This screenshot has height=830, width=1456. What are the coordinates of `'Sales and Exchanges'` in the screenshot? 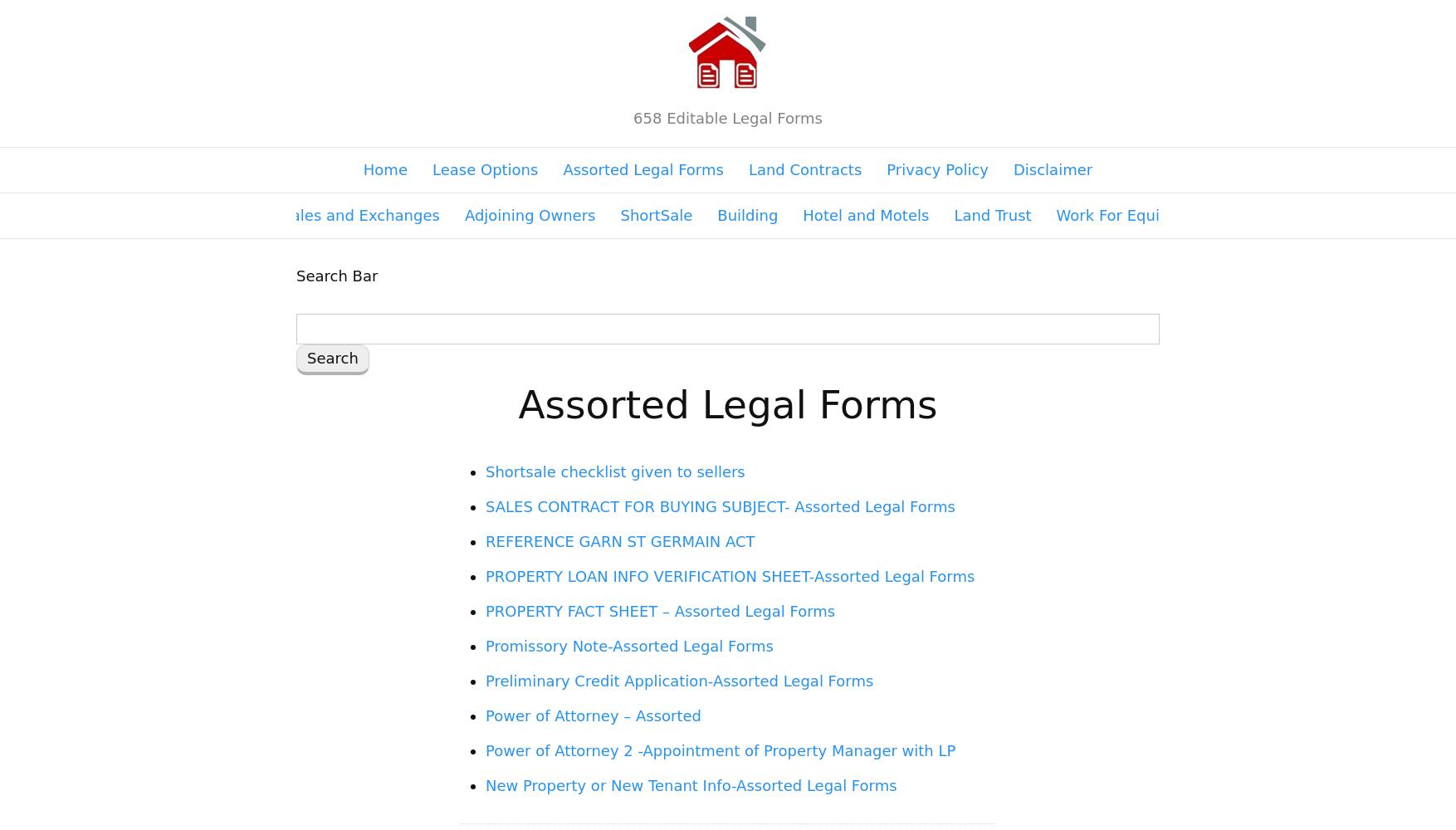 It's located at (359, 215).